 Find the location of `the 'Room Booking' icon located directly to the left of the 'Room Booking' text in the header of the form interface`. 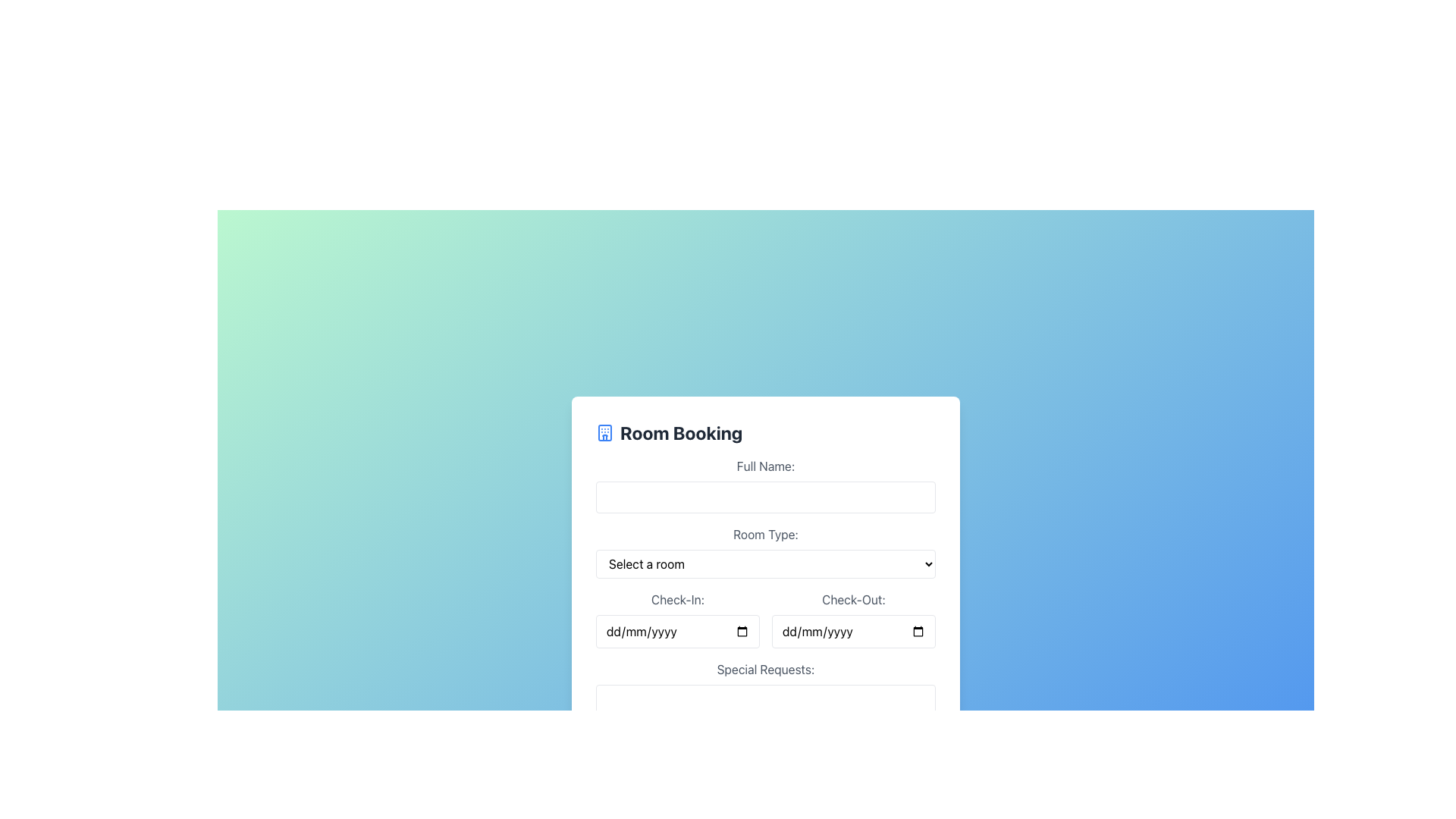

the 'Room Booking' icon located directly to the left of the 'Room Booking' text in the header of the form interface is located at coordinates (604, 432).